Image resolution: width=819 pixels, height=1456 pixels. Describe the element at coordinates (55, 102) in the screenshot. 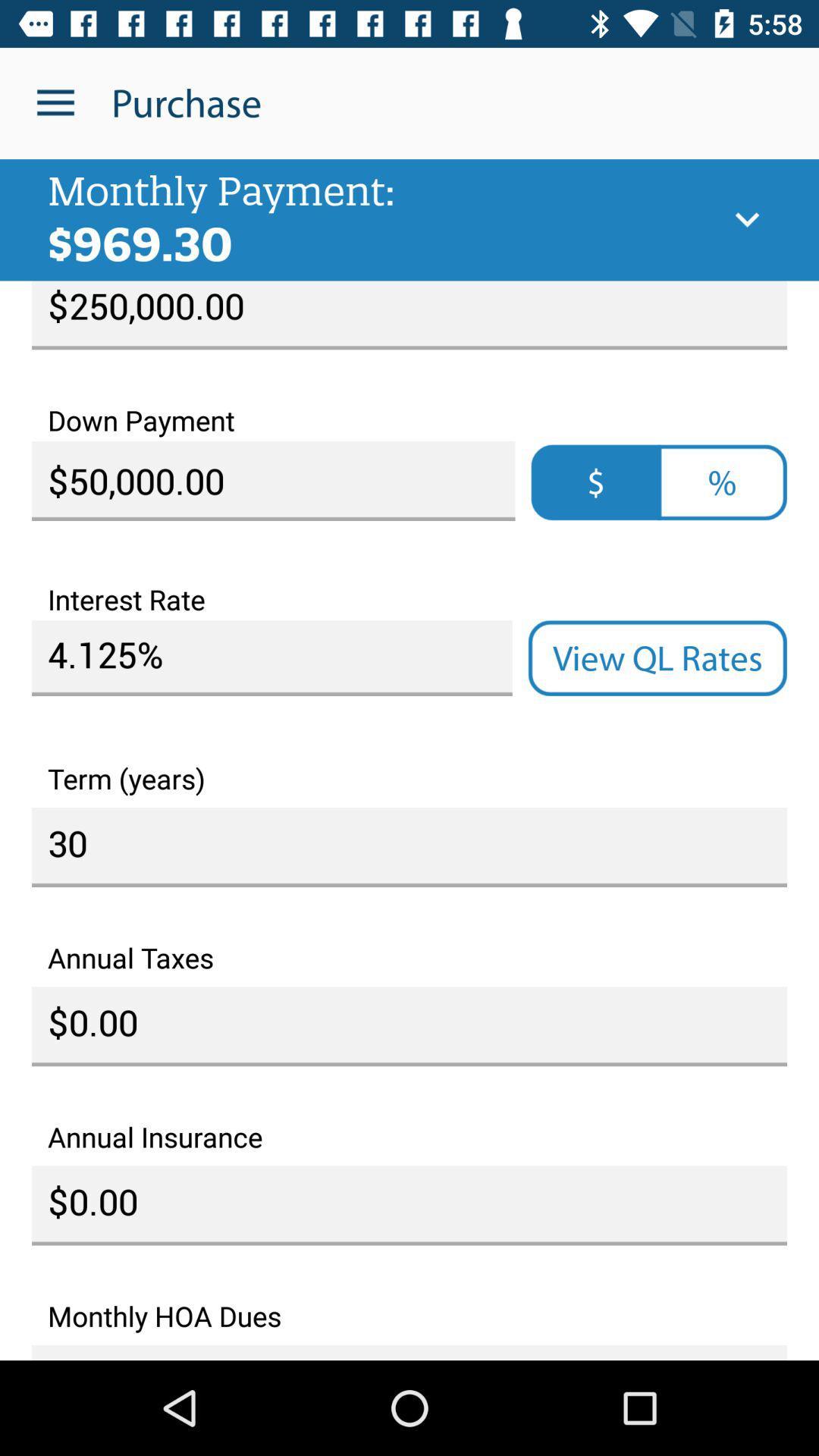

I see `the item next to the purchase` at that location.